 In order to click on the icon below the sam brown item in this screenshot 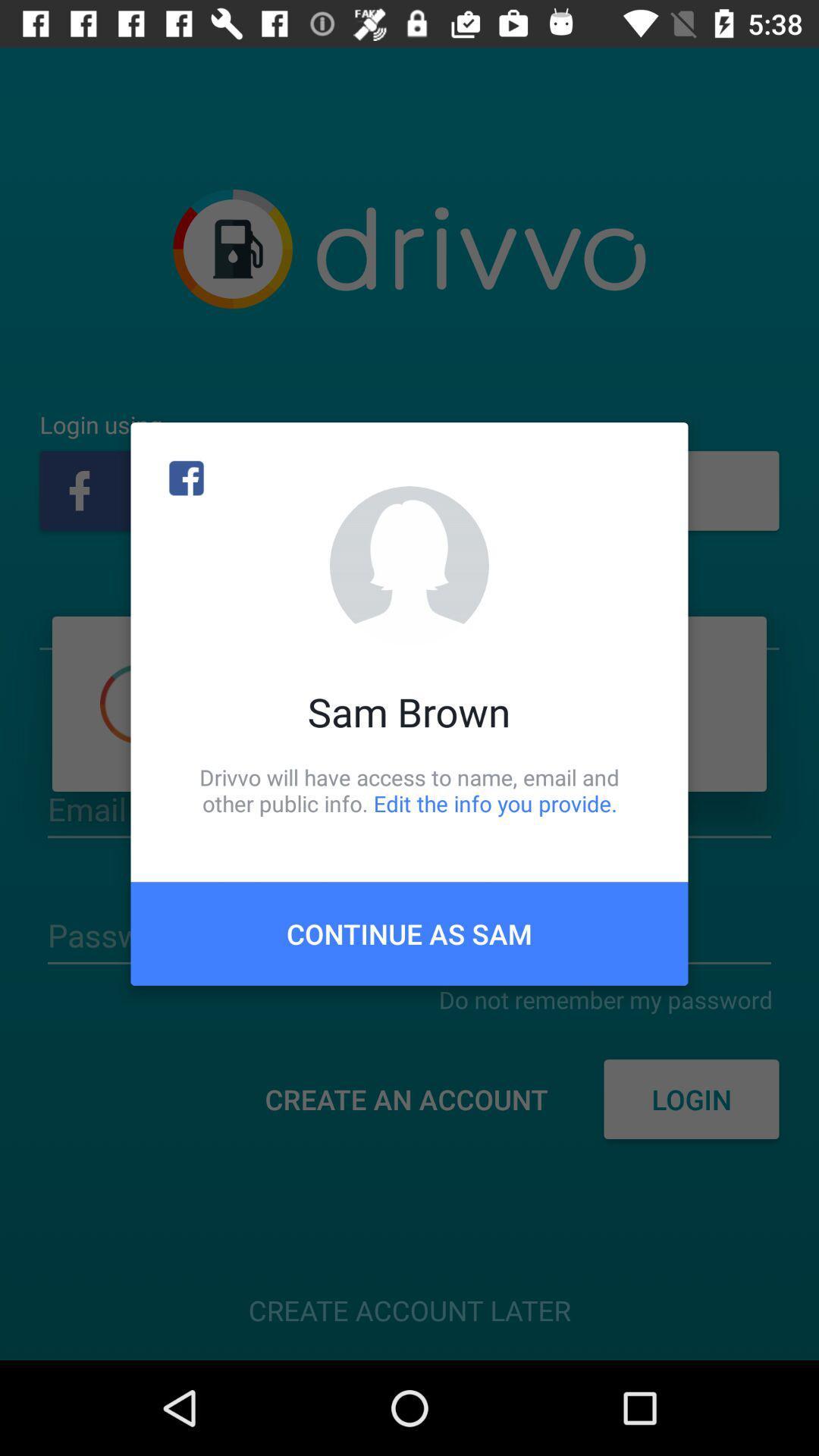, I will do `click(409, 789)`.